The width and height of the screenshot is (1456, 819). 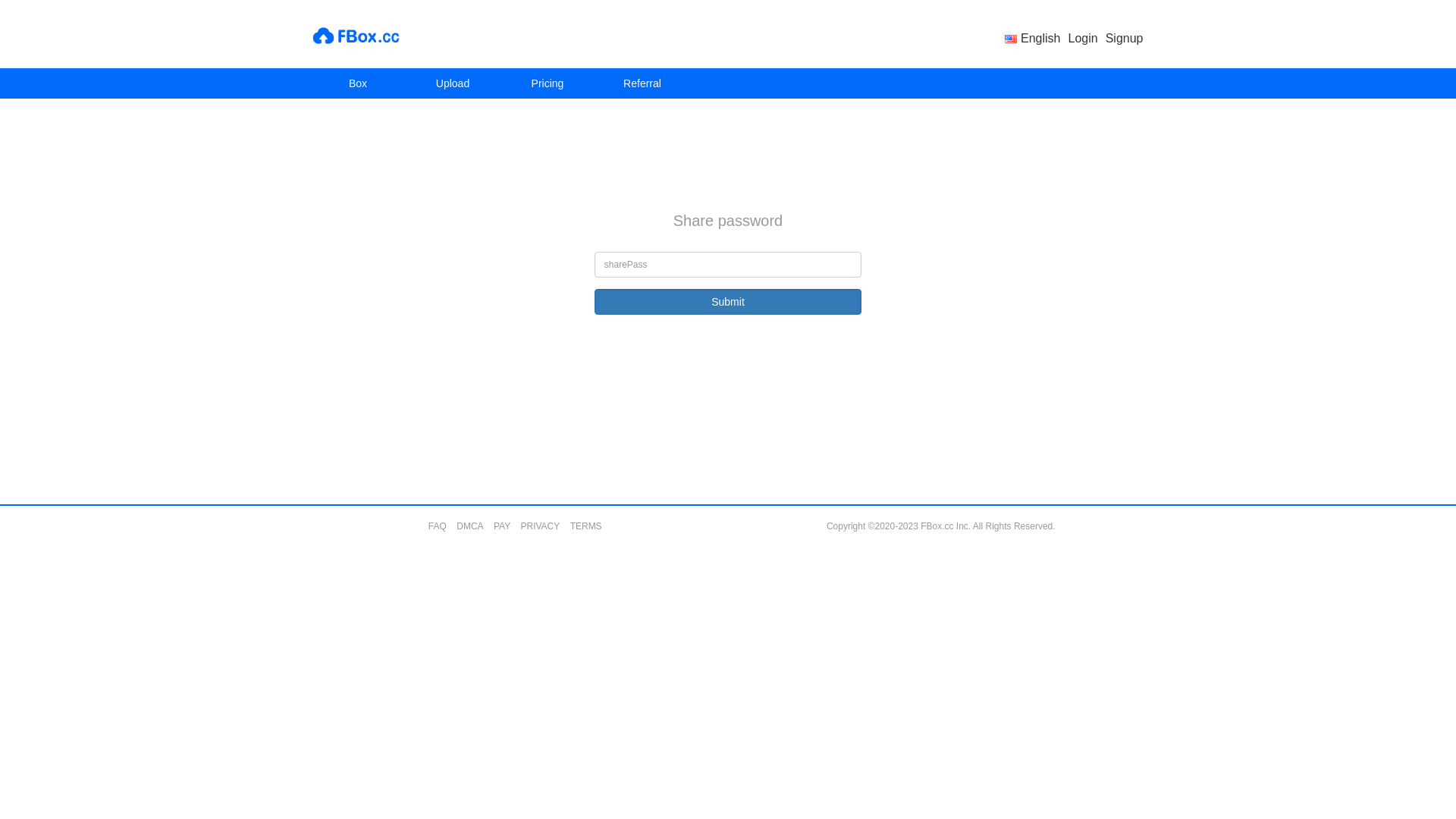 What do you see at coordinates (357, 83) in the screenshot?
I see `'Box'` at bounding box center [357, 83].